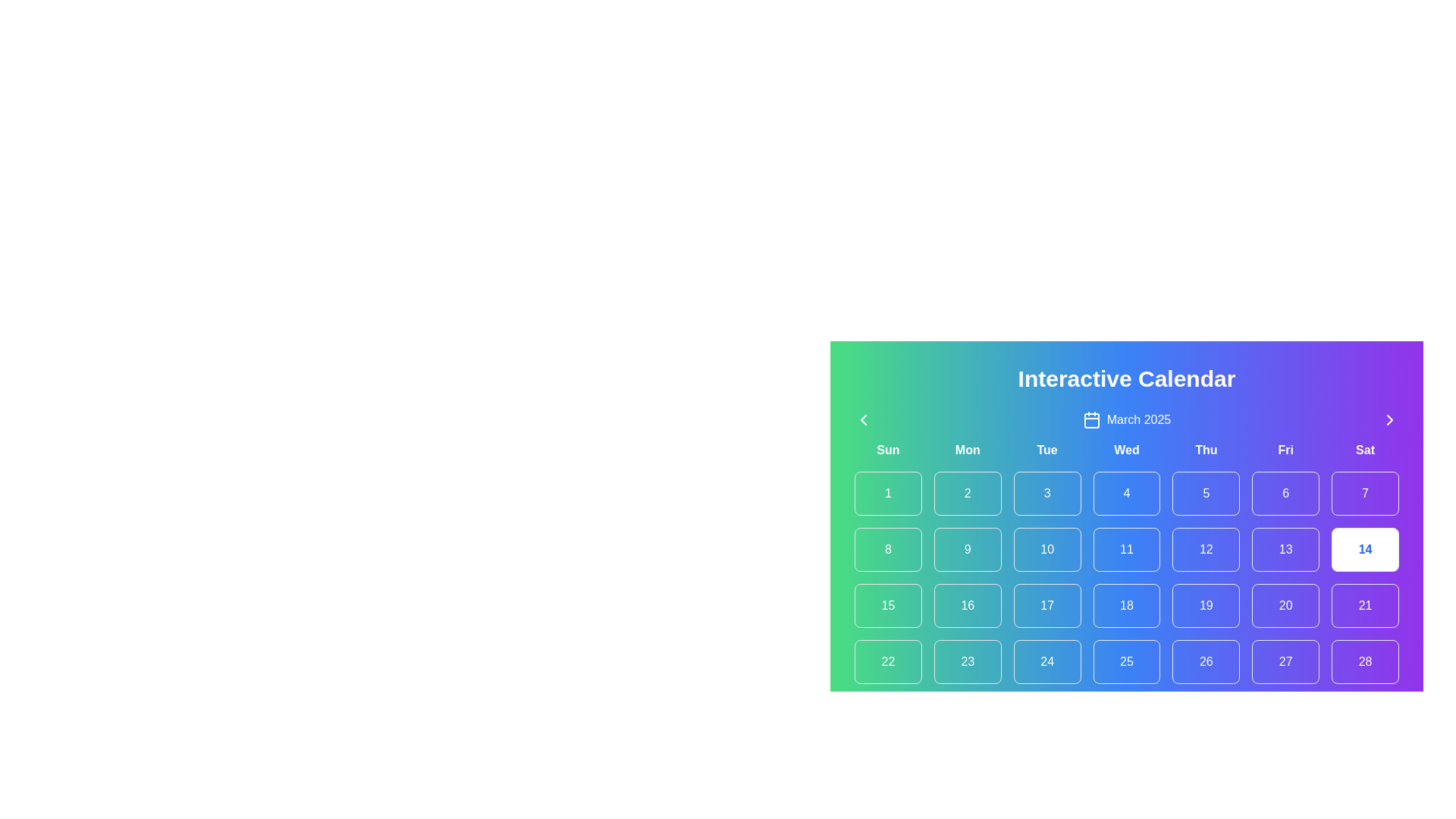 This screenshot has width=1456, height=819. I want to click on the selectable calendar day representing the 22nd day in the calendar, located in the fifth row and first column, so click(888, 661).